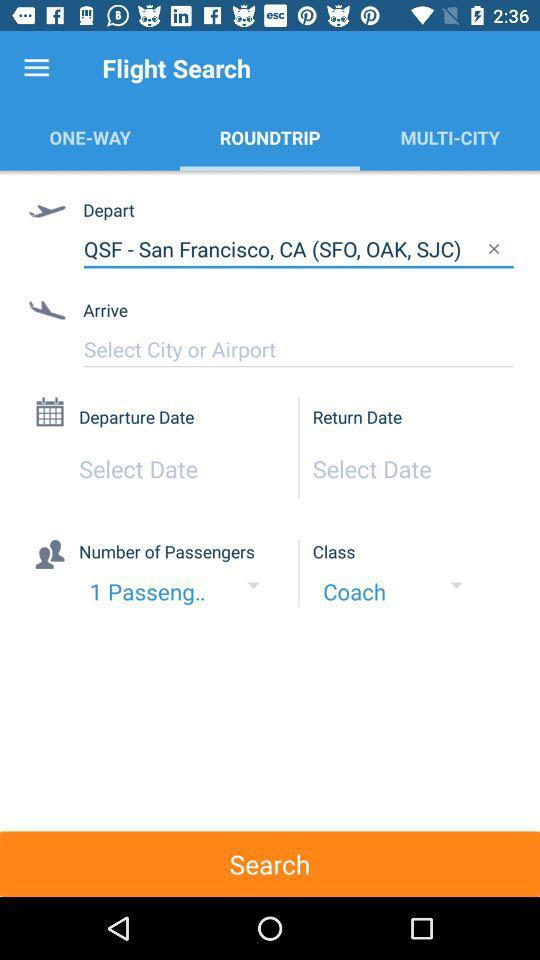  I want to click on item below the arrive item, so click(297, 349).